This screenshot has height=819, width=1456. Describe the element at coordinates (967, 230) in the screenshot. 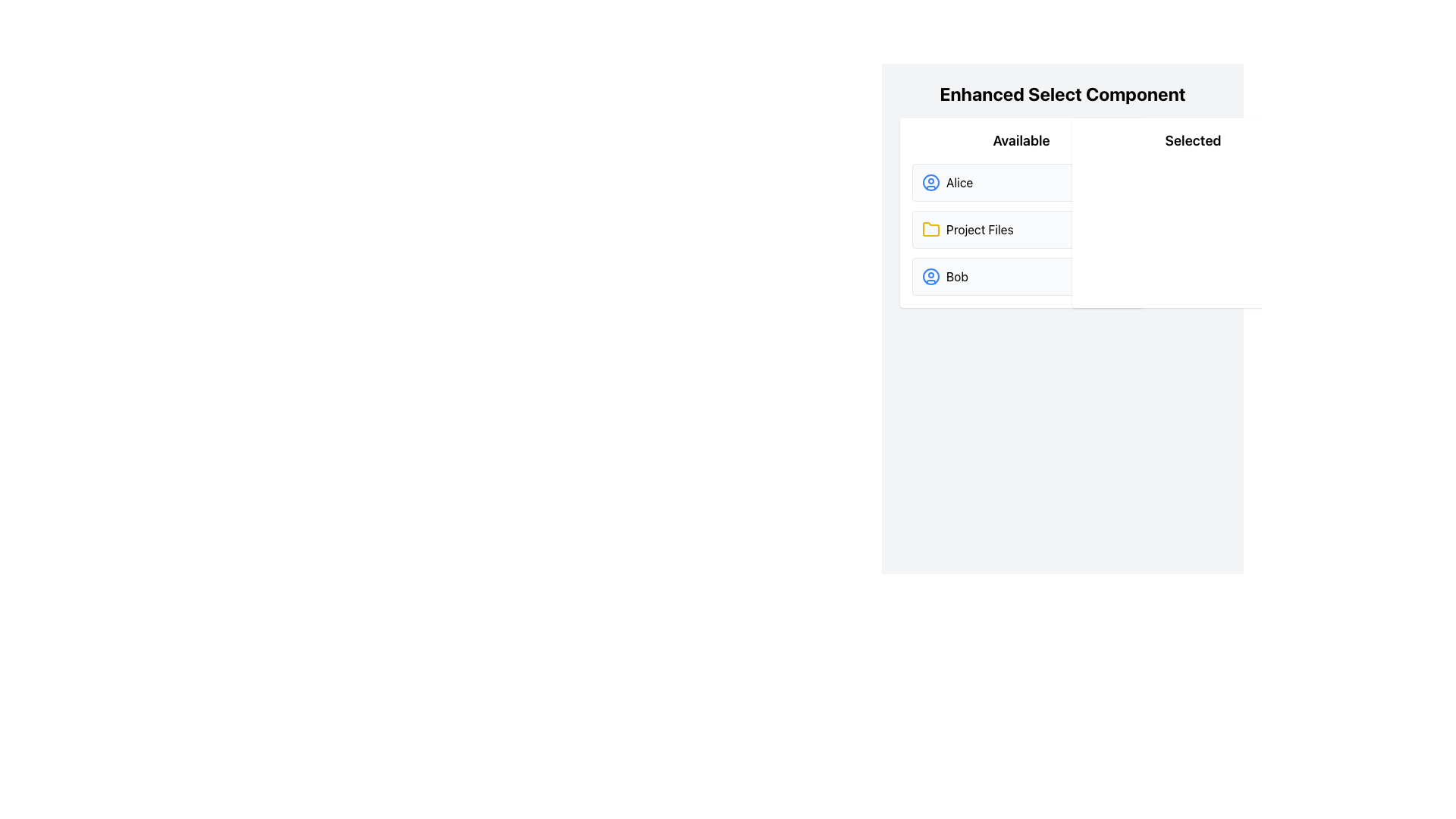

I see `the 'Project Files' label option in the 'Available' section` at that location.